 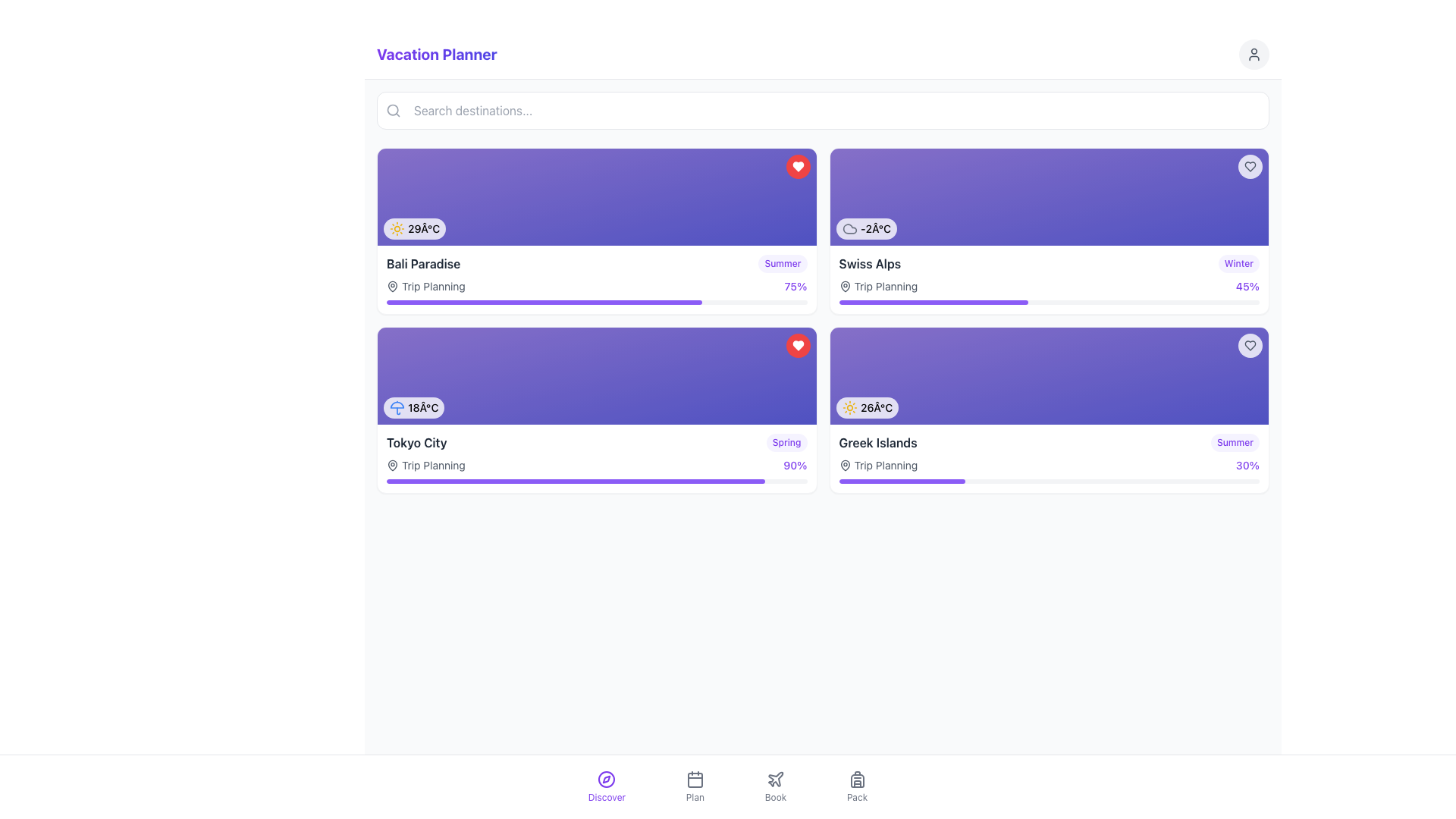 I want to click on text label displaying '29°C' located within the first featured trip card titled 'Bali Paradise' in the top-left quadrant of the layout, so click(x=424, y=228).